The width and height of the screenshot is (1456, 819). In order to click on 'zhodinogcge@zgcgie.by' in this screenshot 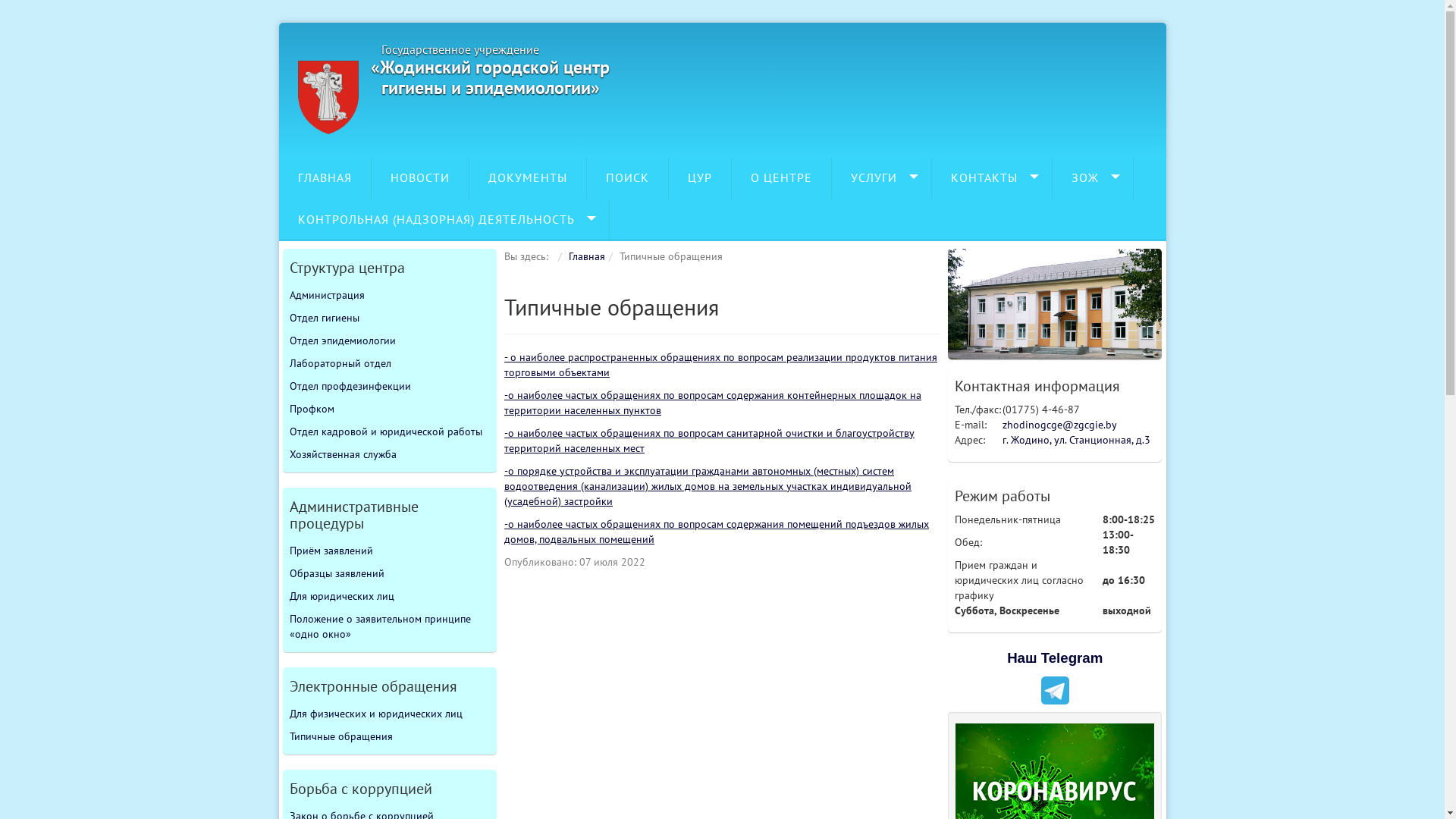, I will do `click(1002, 424)`.